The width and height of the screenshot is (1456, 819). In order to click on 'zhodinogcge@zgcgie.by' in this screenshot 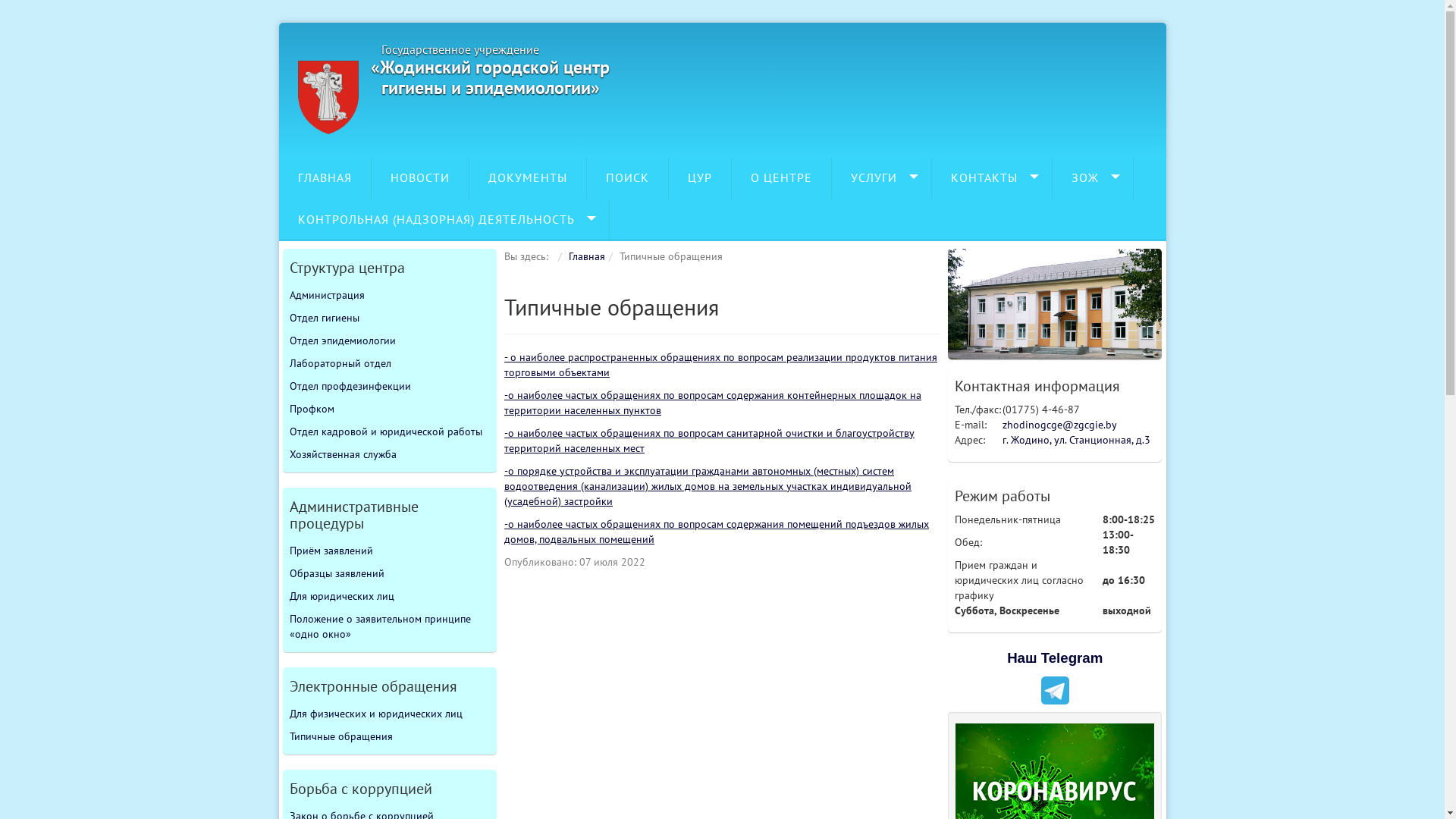, I will do `click(1002, 424)`.